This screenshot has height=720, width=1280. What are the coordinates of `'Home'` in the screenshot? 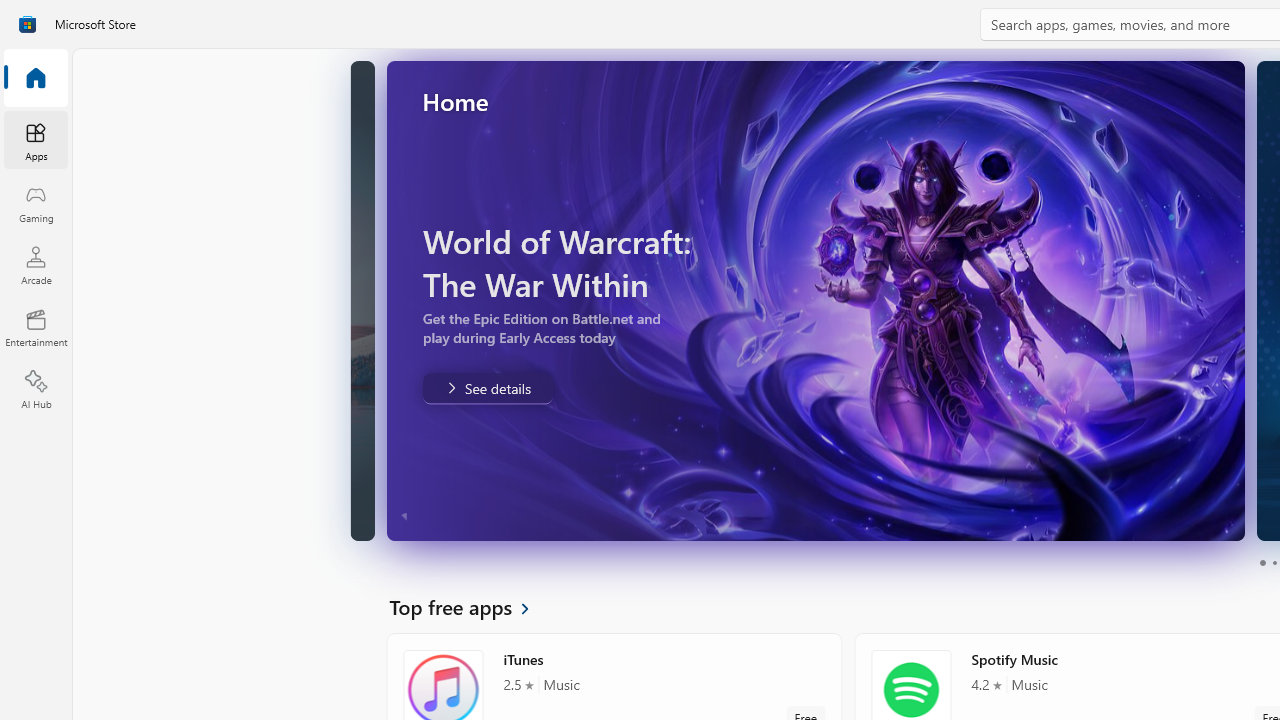 It's located at (35, 78).